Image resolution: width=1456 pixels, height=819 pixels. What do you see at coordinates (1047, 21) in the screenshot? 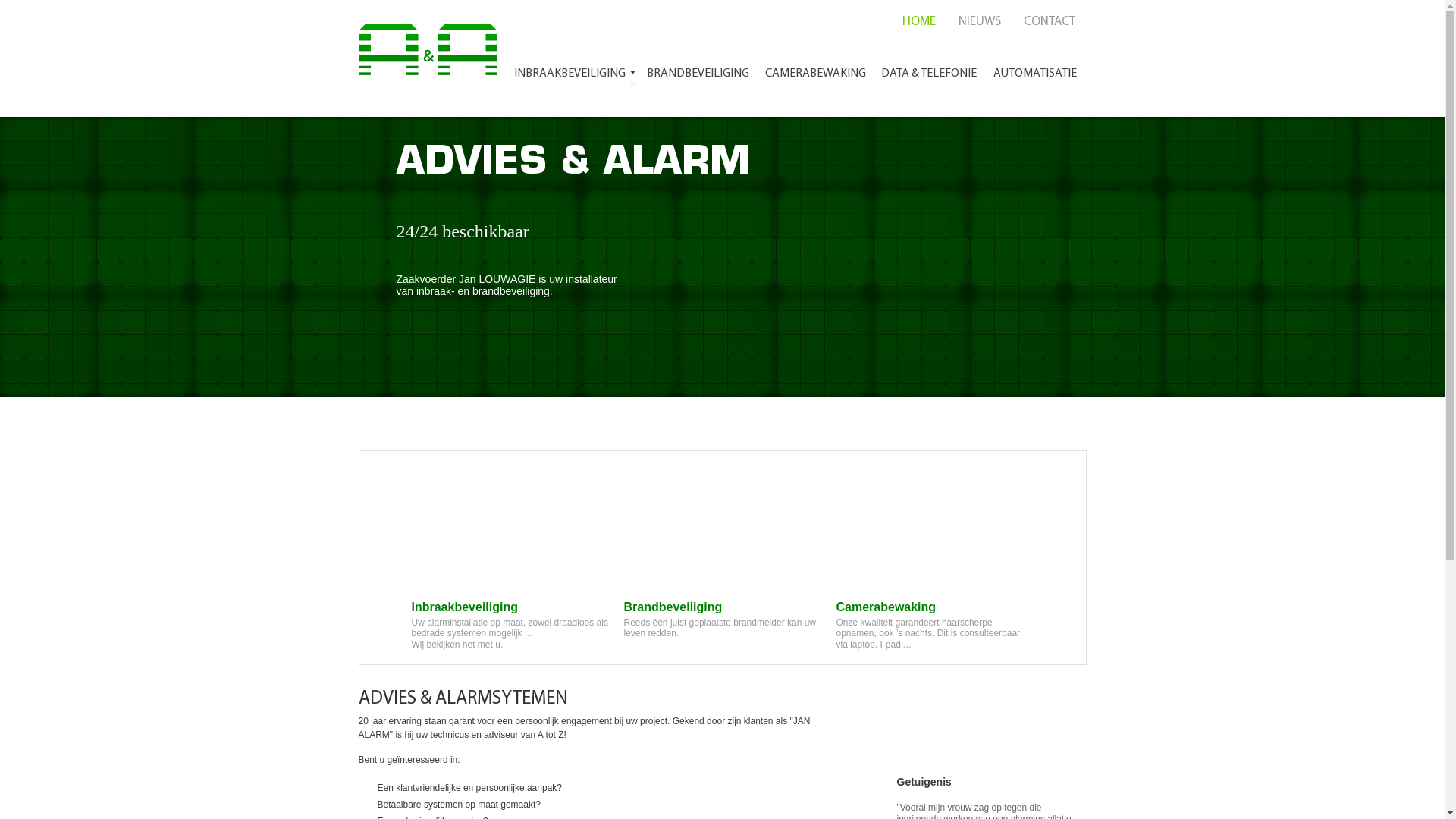
I see `'CONTACT'` at bounding box center [1047, 21].